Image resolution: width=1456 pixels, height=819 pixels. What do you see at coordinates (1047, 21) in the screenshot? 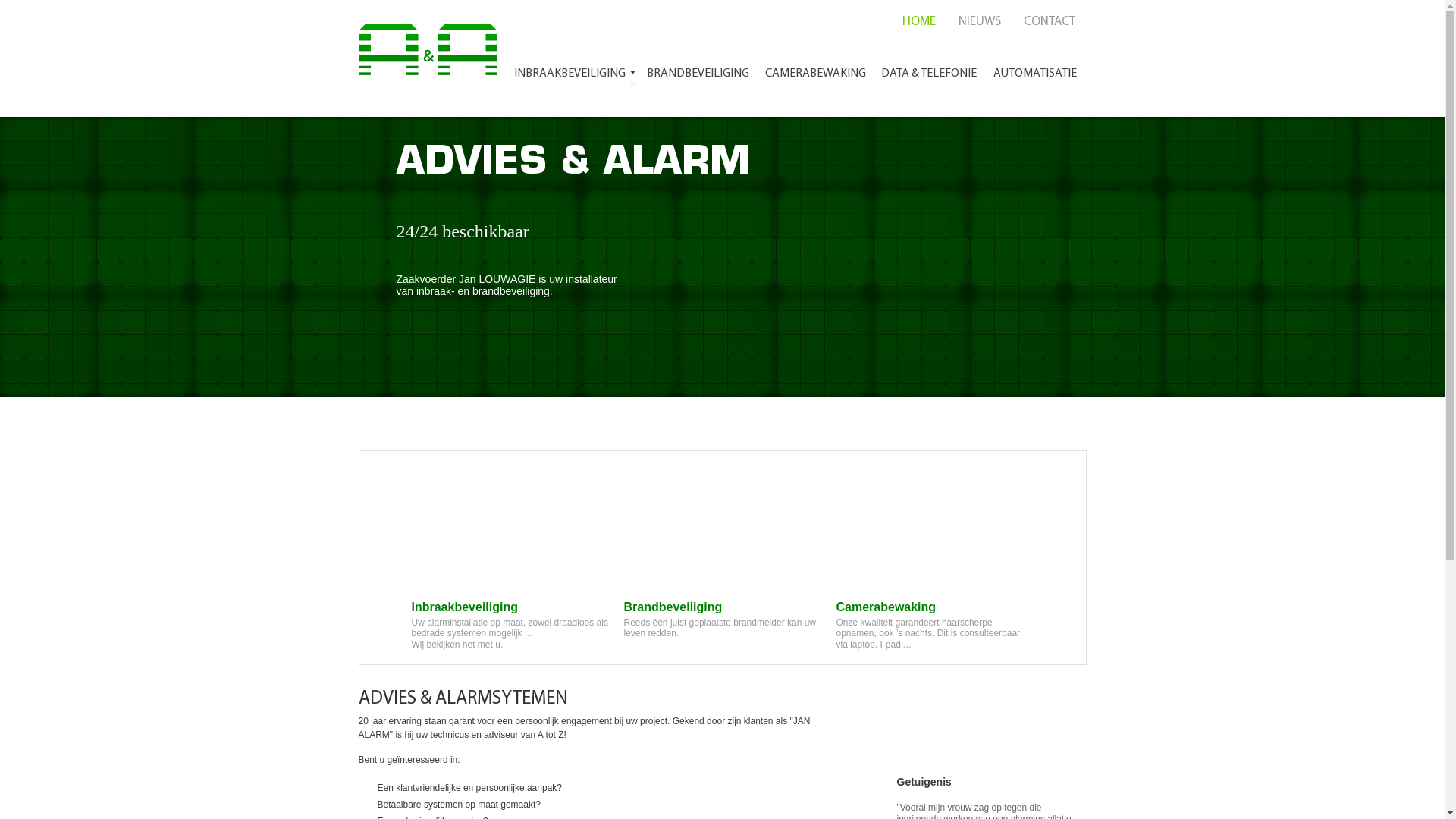
I see `'CONTACT'` at bounding box center [1047, 21].